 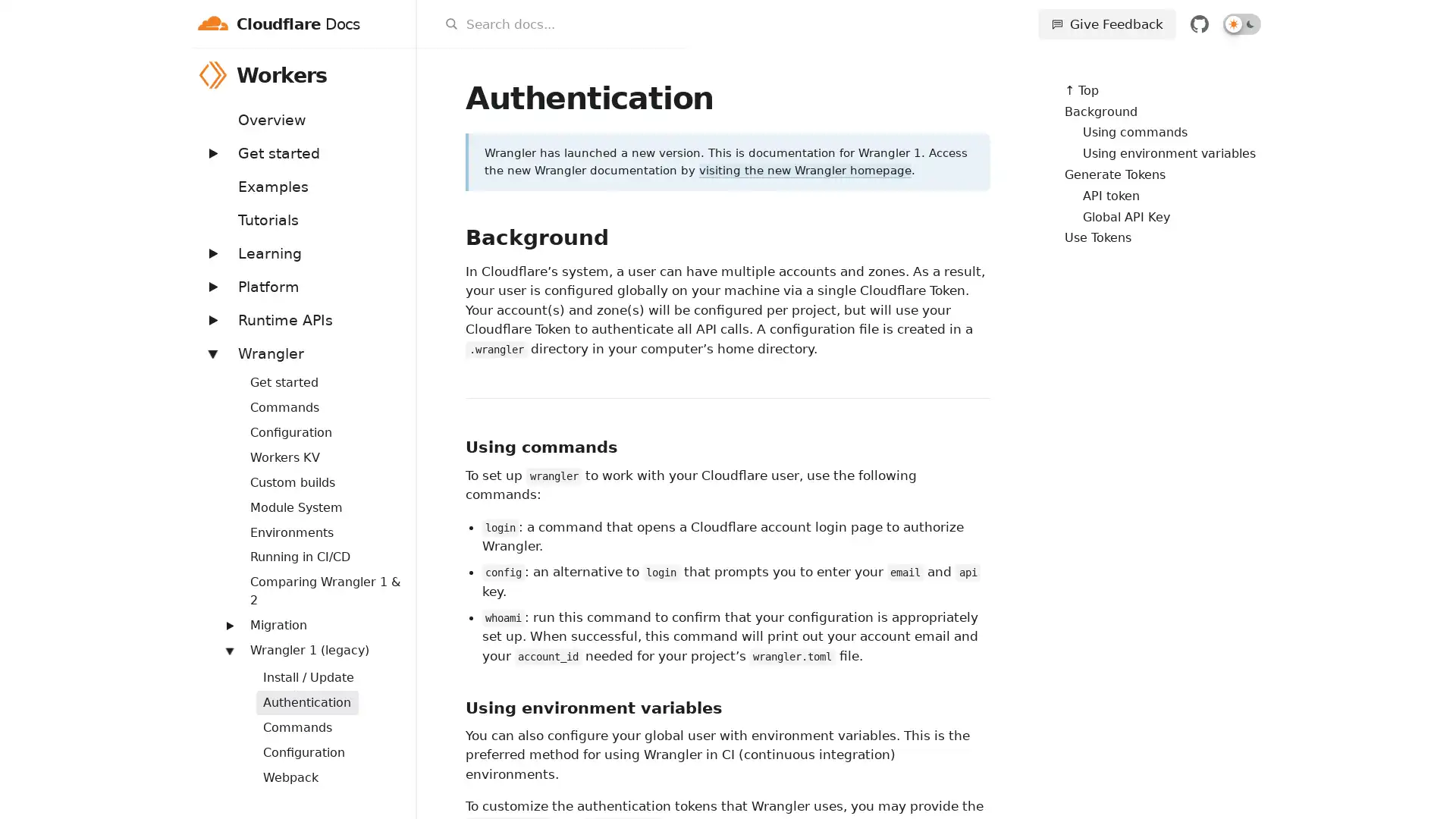 What do you see at coordinates (221, 690) in the screenshot?
I see `Expand: Workers Sites` at bounding box center [221, 690].